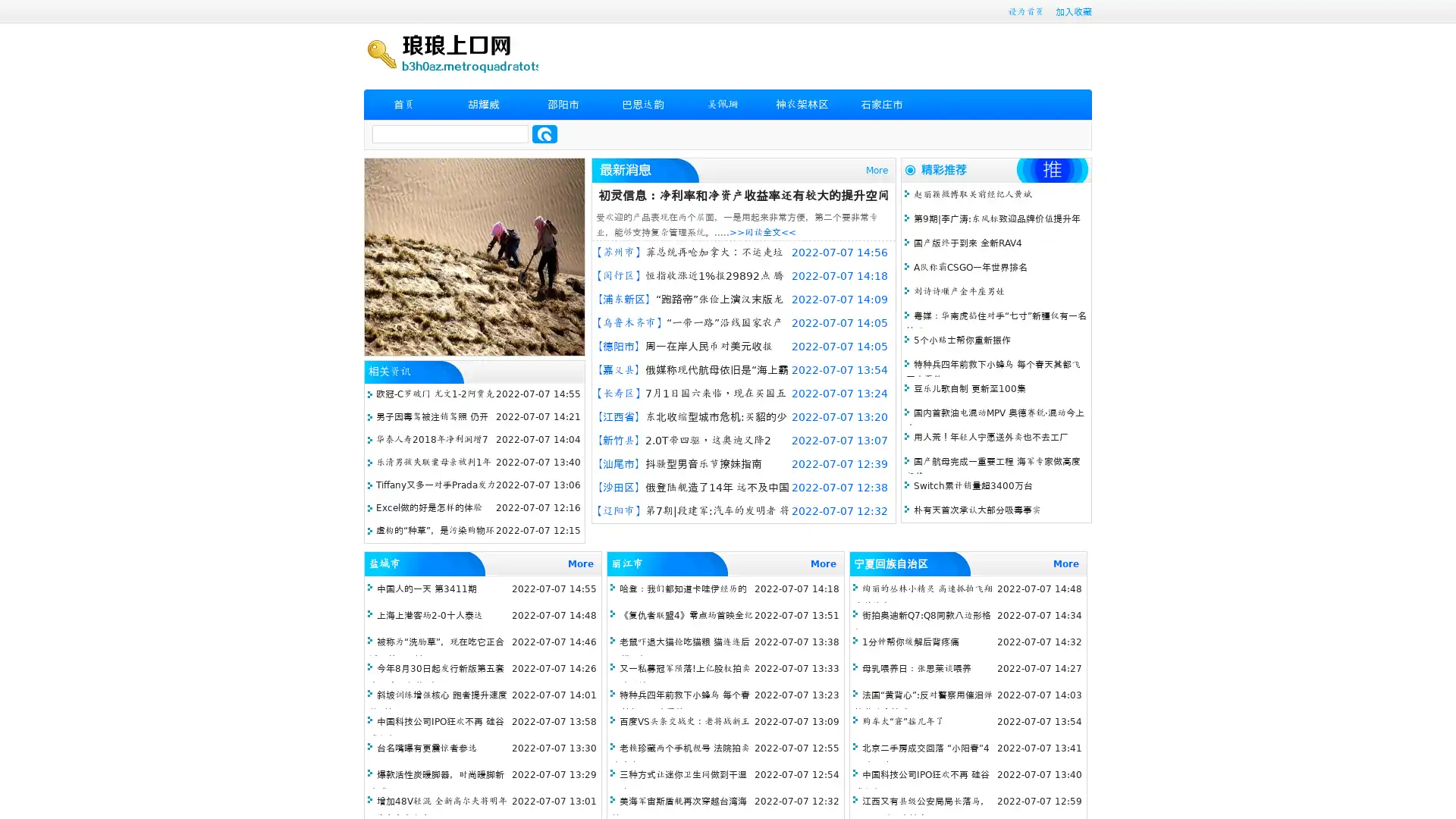  What do you see at coordinates (544, 133) in the screenshot?
I see `Search` at bounding box center [544, 133].